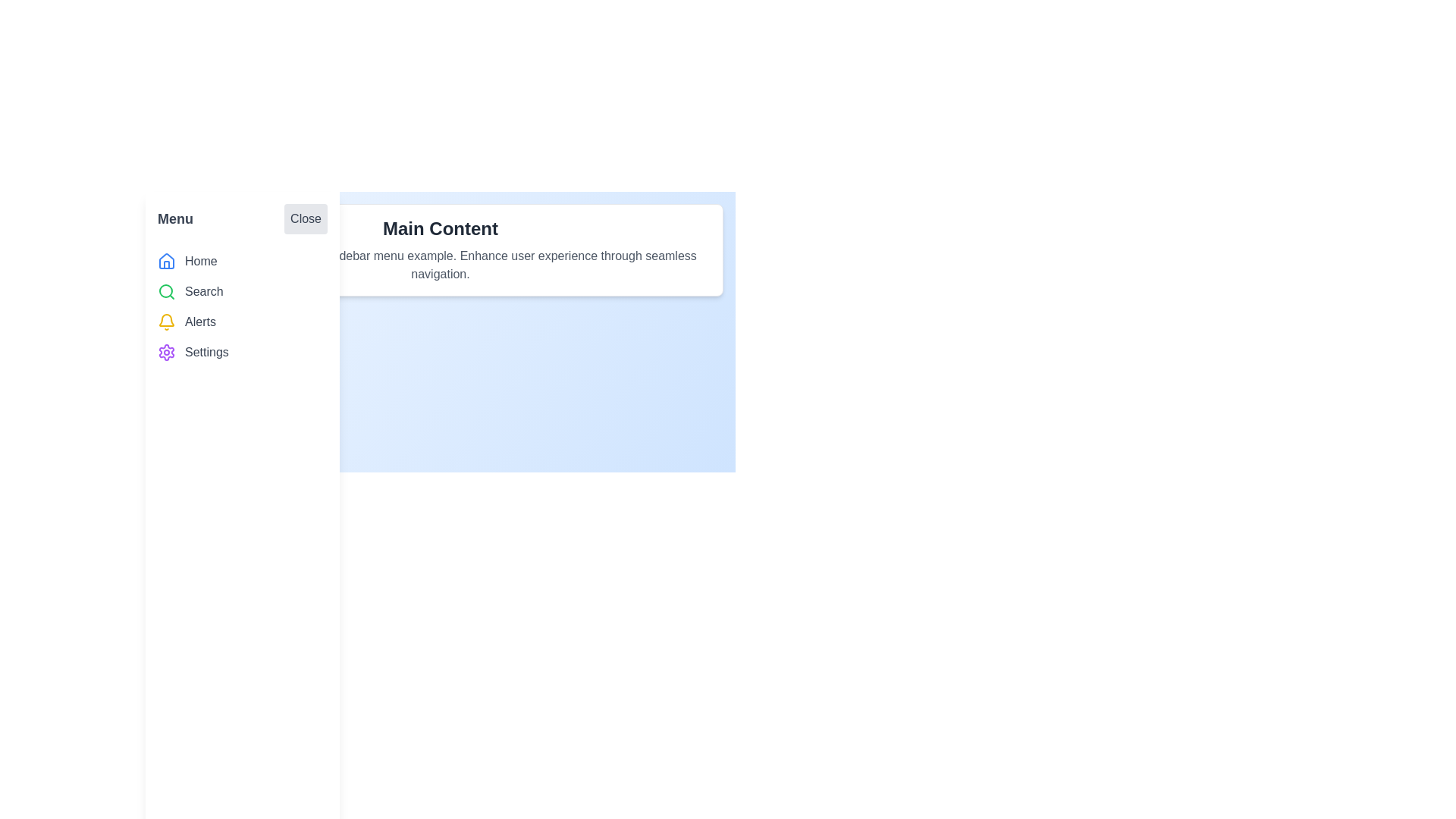 This screenshot has width=1456, height=819. What do you see at coordinates (305, 219) in the screenshot?
I see `the 'Close' button, which is a rectangular button with light gray background and rounded corners, located next to the 'Menu' text` at bounding box center [305, 219].